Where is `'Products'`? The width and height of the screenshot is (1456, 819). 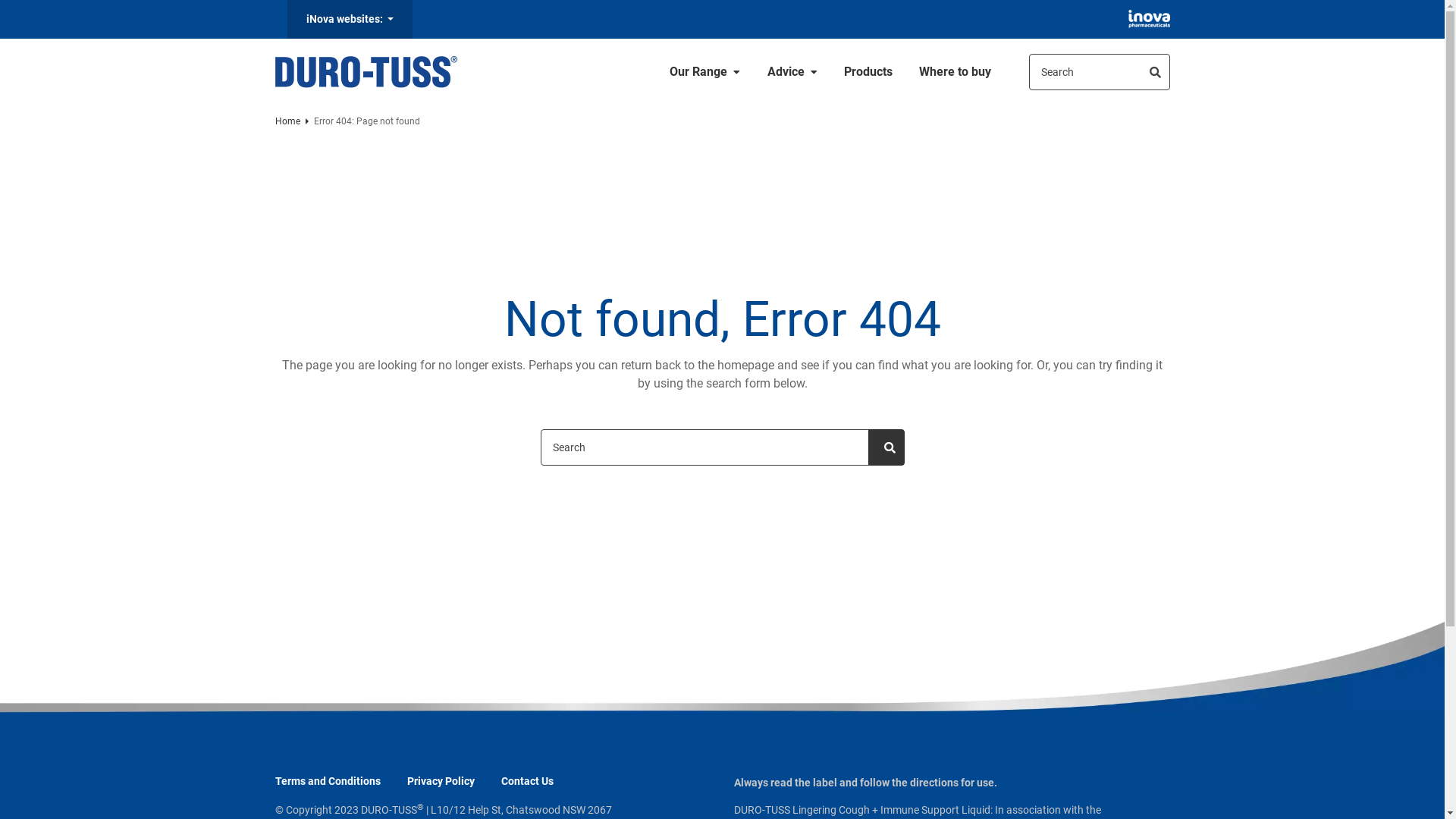
'Products' is located at coordinates (868, 72).